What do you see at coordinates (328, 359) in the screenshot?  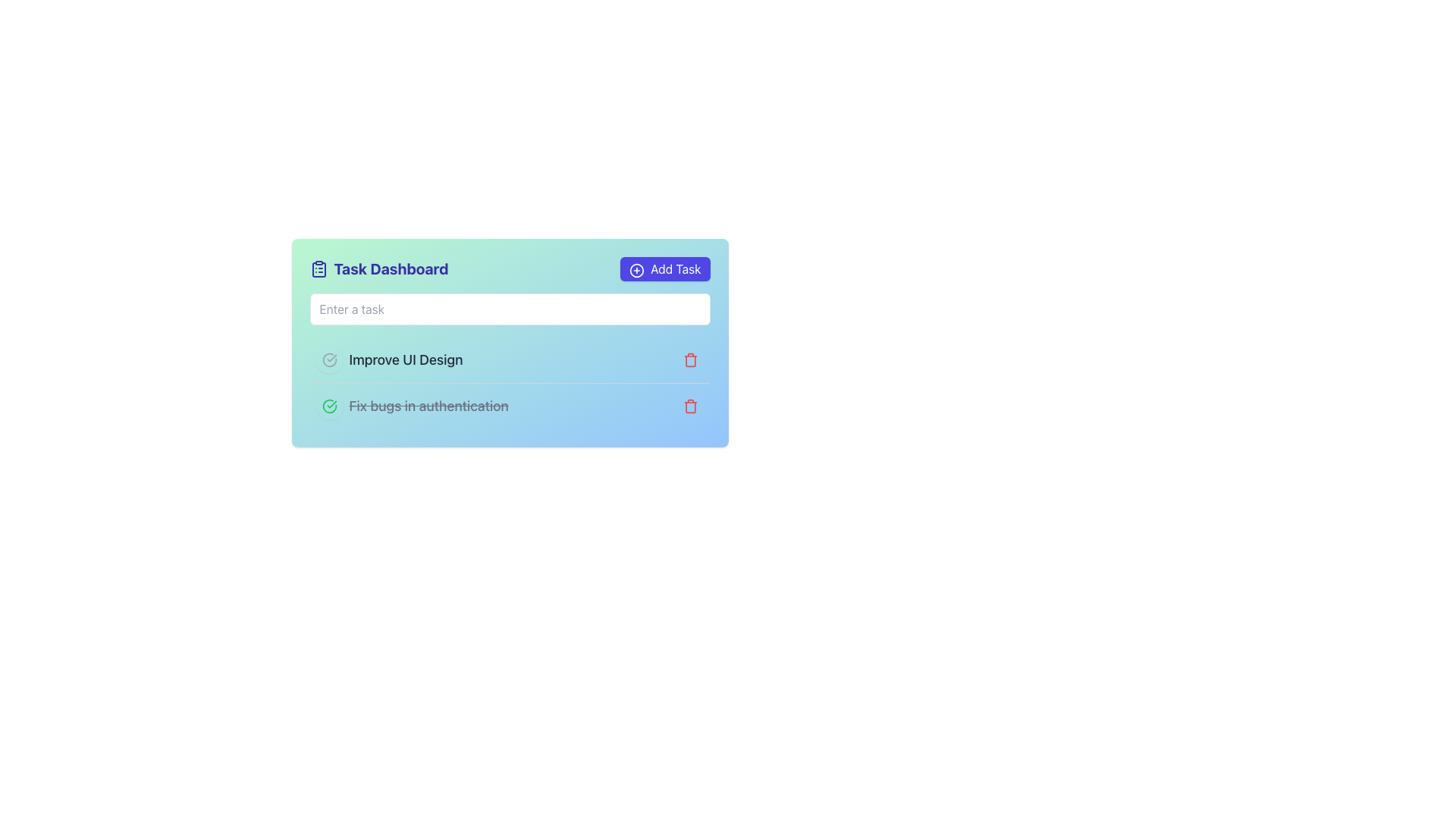 I see `the circular button with a gray outline and a checkmark icon to mark the task 'Improve UI Design' as complete` at bounding box center [328, 359].